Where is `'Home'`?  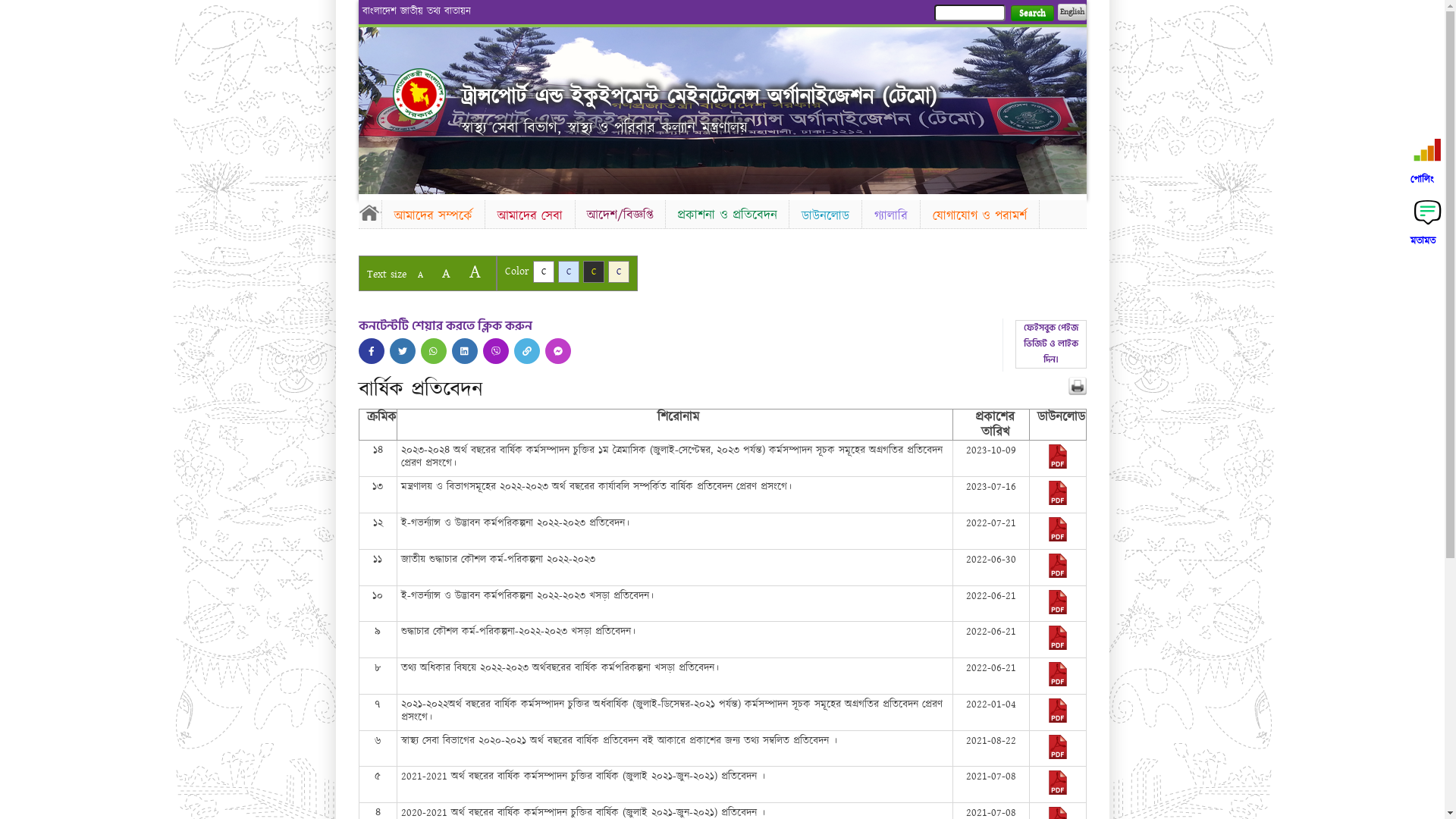
'Home' is located at coordinates (356, 212).